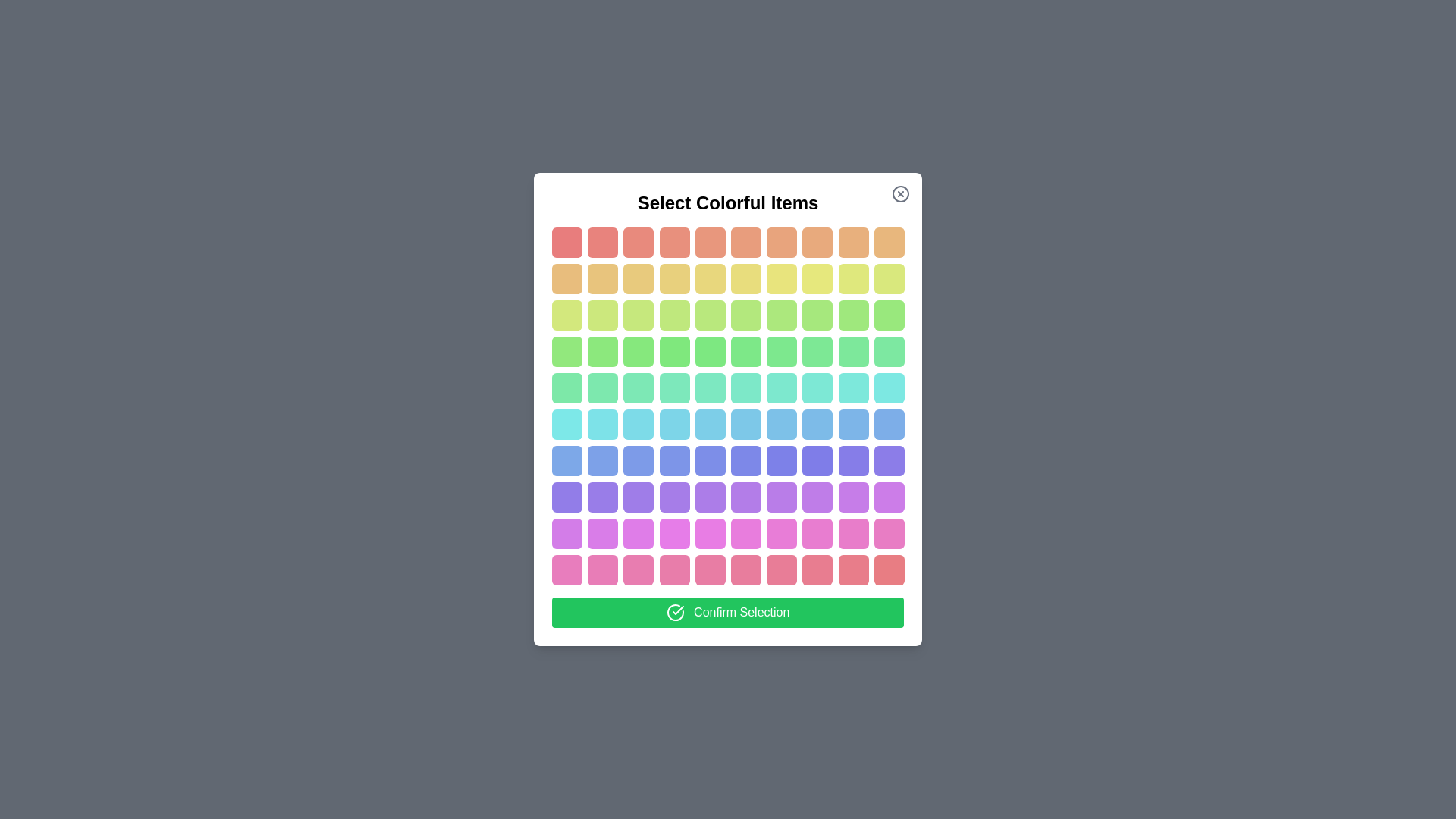 This screenshot has height=819, width=1456. Describe the element at coordinates (728, 611) in the screenshot. I see `the 'Confirm Selection' button to confirm the selected items` at that location.